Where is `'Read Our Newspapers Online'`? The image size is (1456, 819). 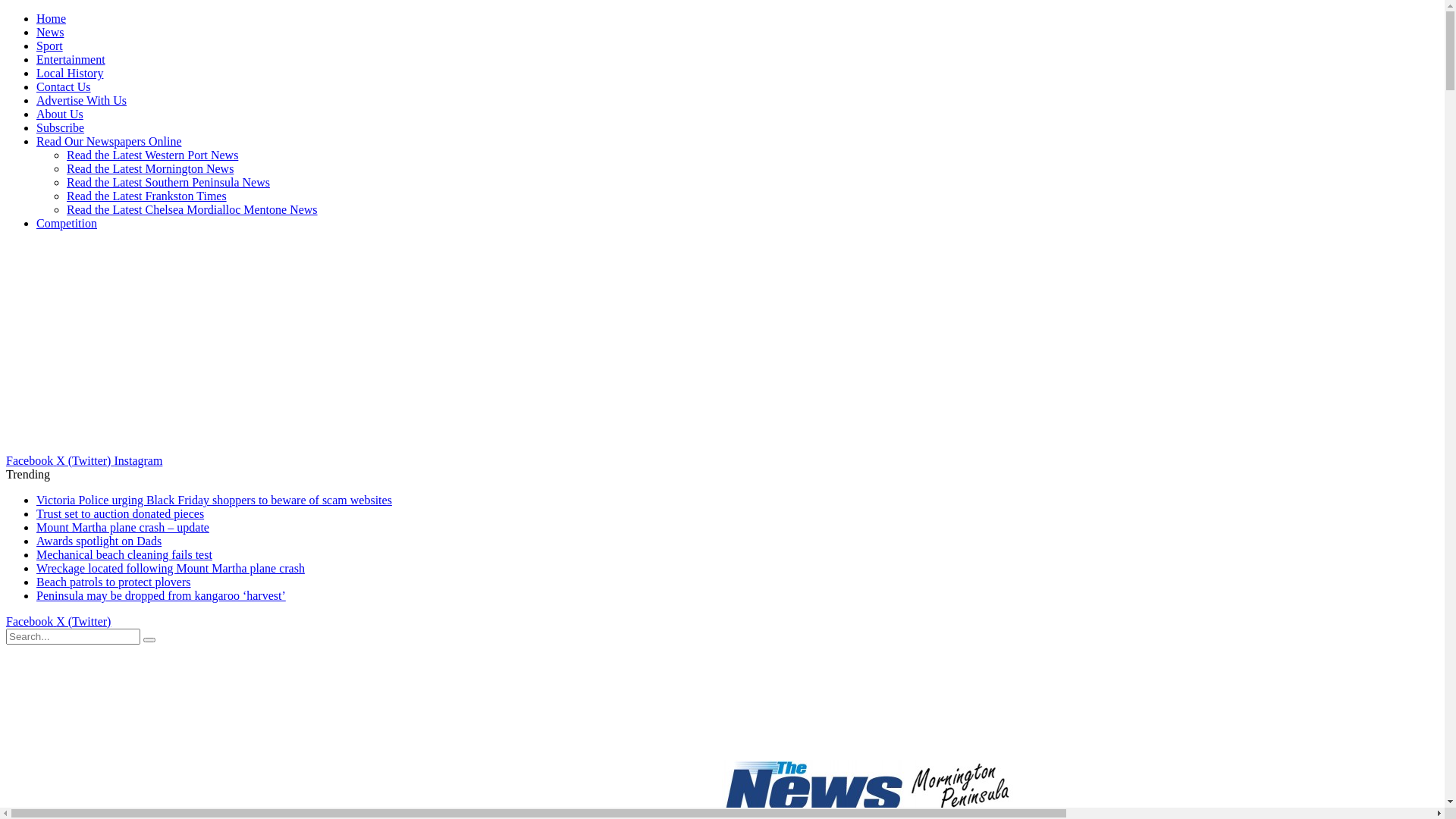
'Read Our Newspapers Online' is located at coordinates (108, 141).